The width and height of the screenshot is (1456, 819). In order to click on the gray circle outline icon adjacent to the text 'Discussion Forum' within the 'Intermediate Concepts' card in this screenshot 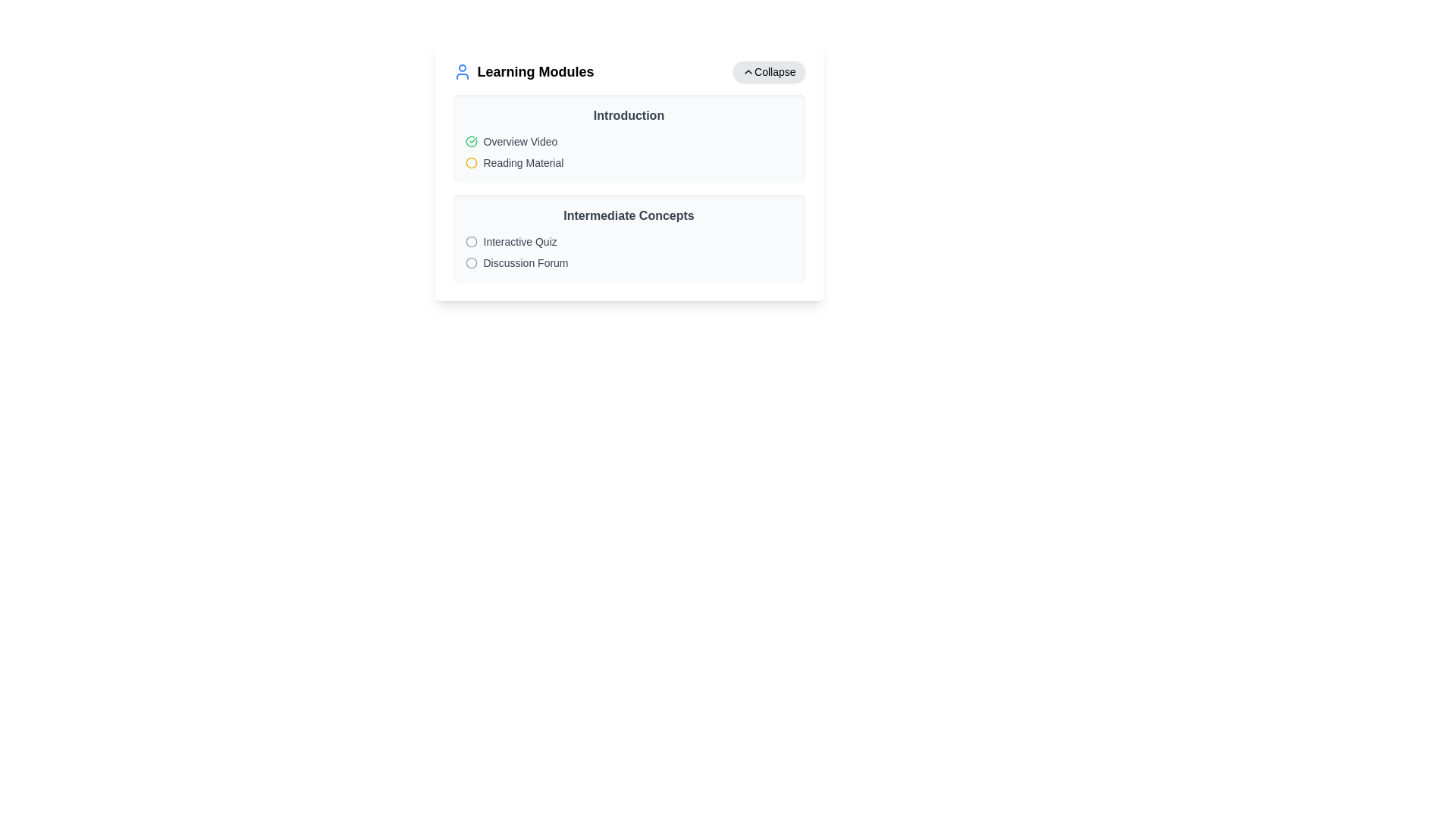, I will do `click(470, 262)`.